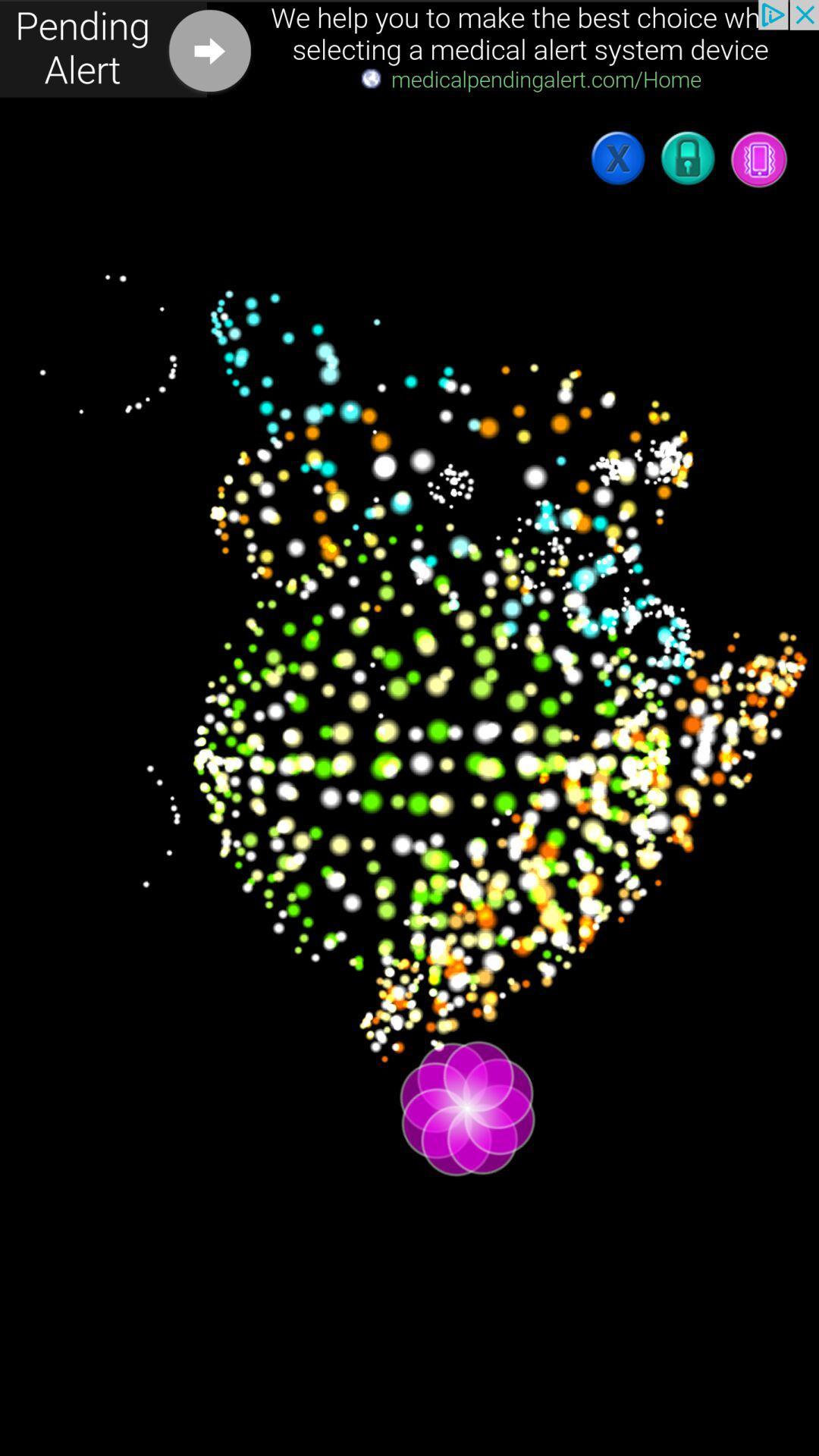 This screenshot has height=1456, width=819. What do you see at coordinates (619, 159) in the screenshot?
I see `the close icon` at bounding box center [619, 159].